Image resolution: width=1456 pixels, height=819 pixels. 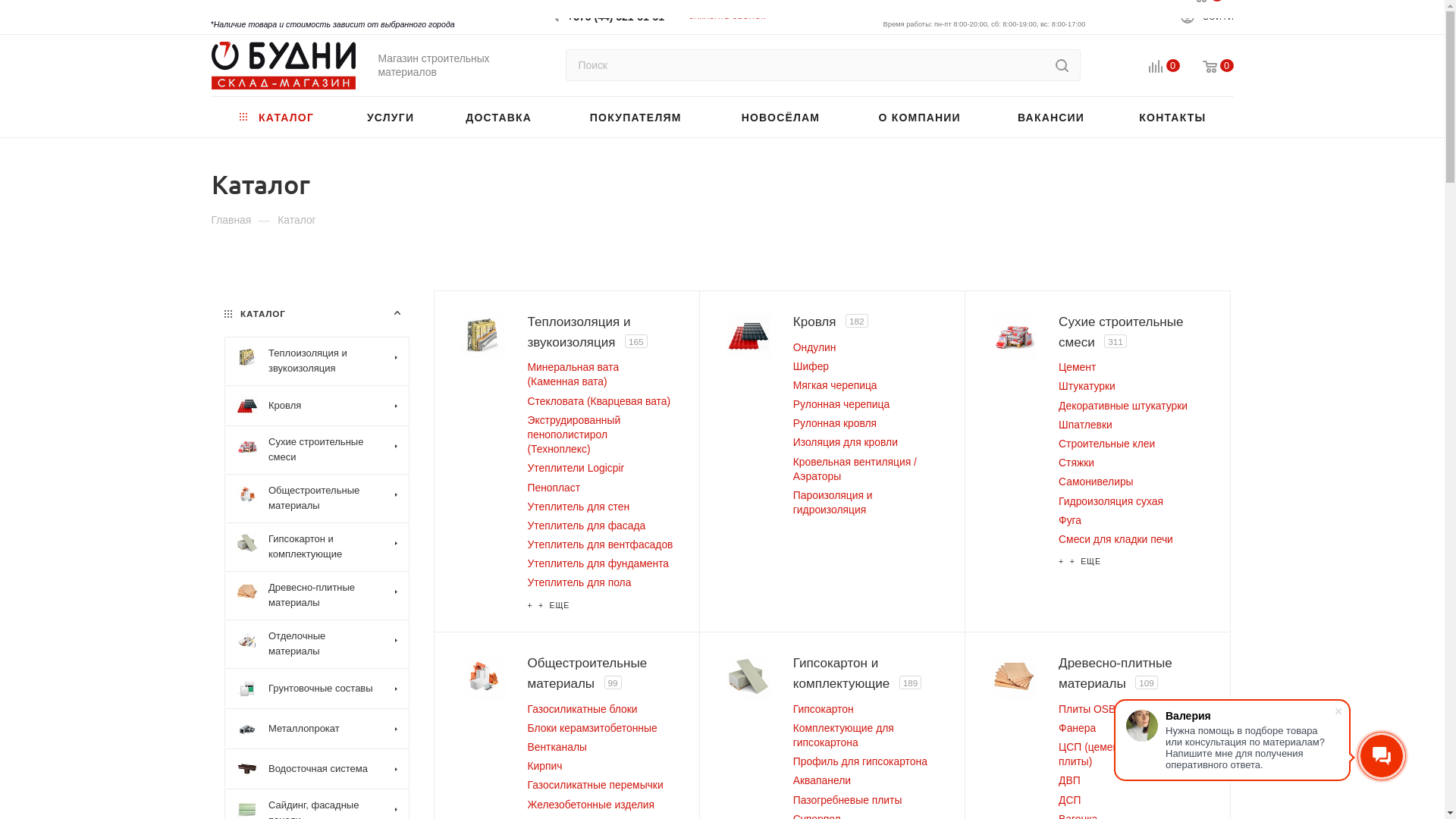 What do you see at coordinates (615, 11) in the screenshot?
I see `'+375 (44) 521-51-51'` at bounding box center [615, 11].